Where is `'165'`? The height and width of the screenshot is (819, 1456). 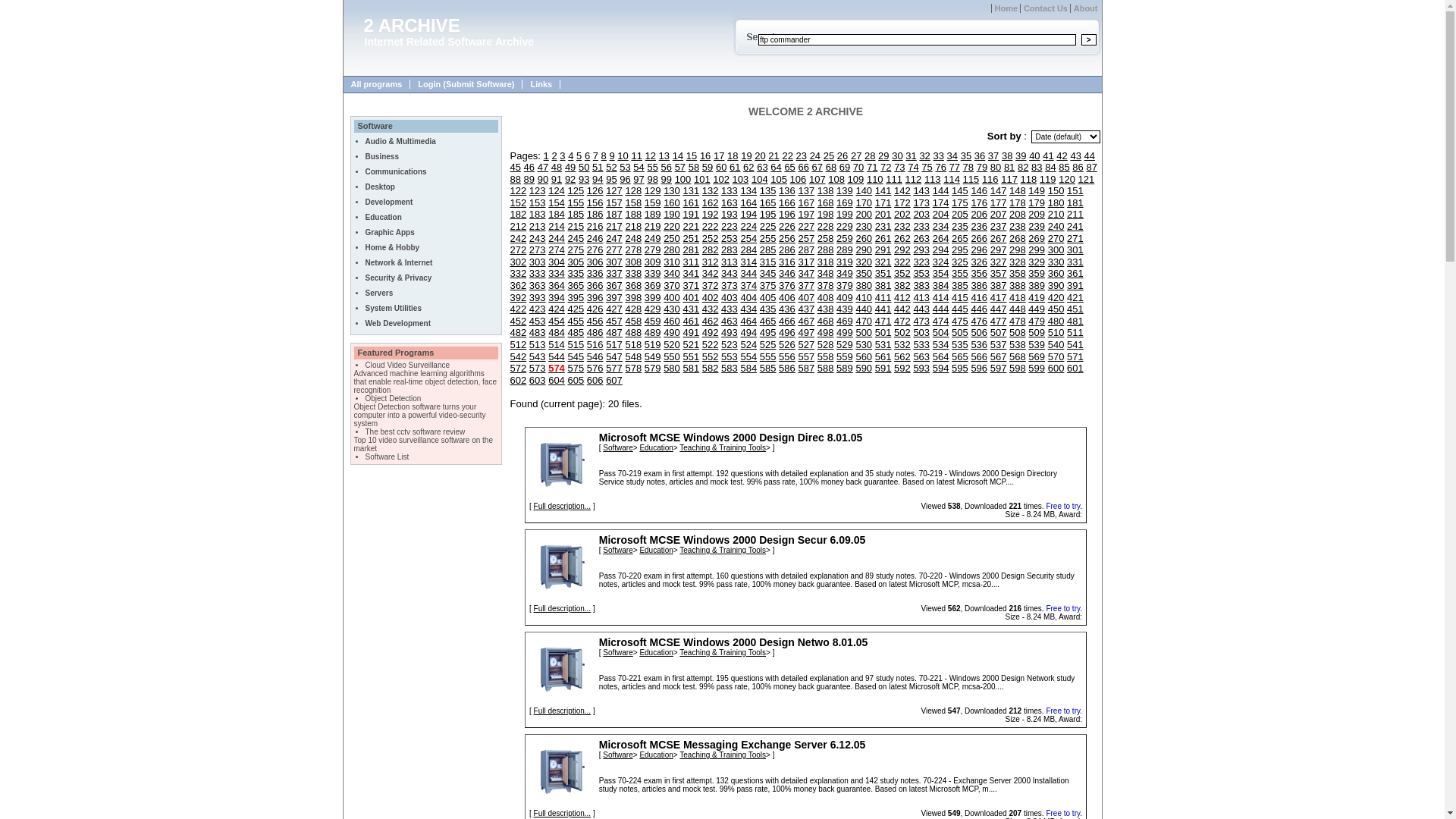 '165' is located at coordinates (760, 202).